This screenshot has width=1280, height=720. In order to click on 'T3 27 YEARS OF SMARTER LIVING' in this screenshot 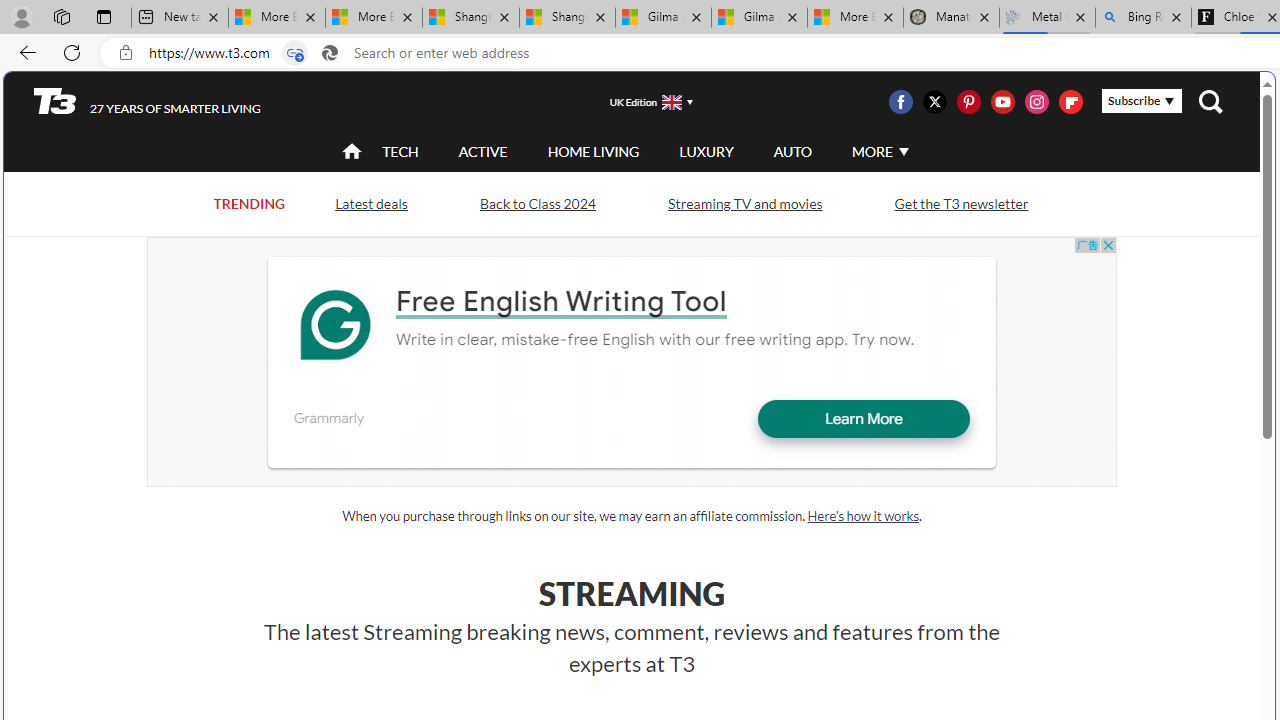, I will do `click(146, 101)`.